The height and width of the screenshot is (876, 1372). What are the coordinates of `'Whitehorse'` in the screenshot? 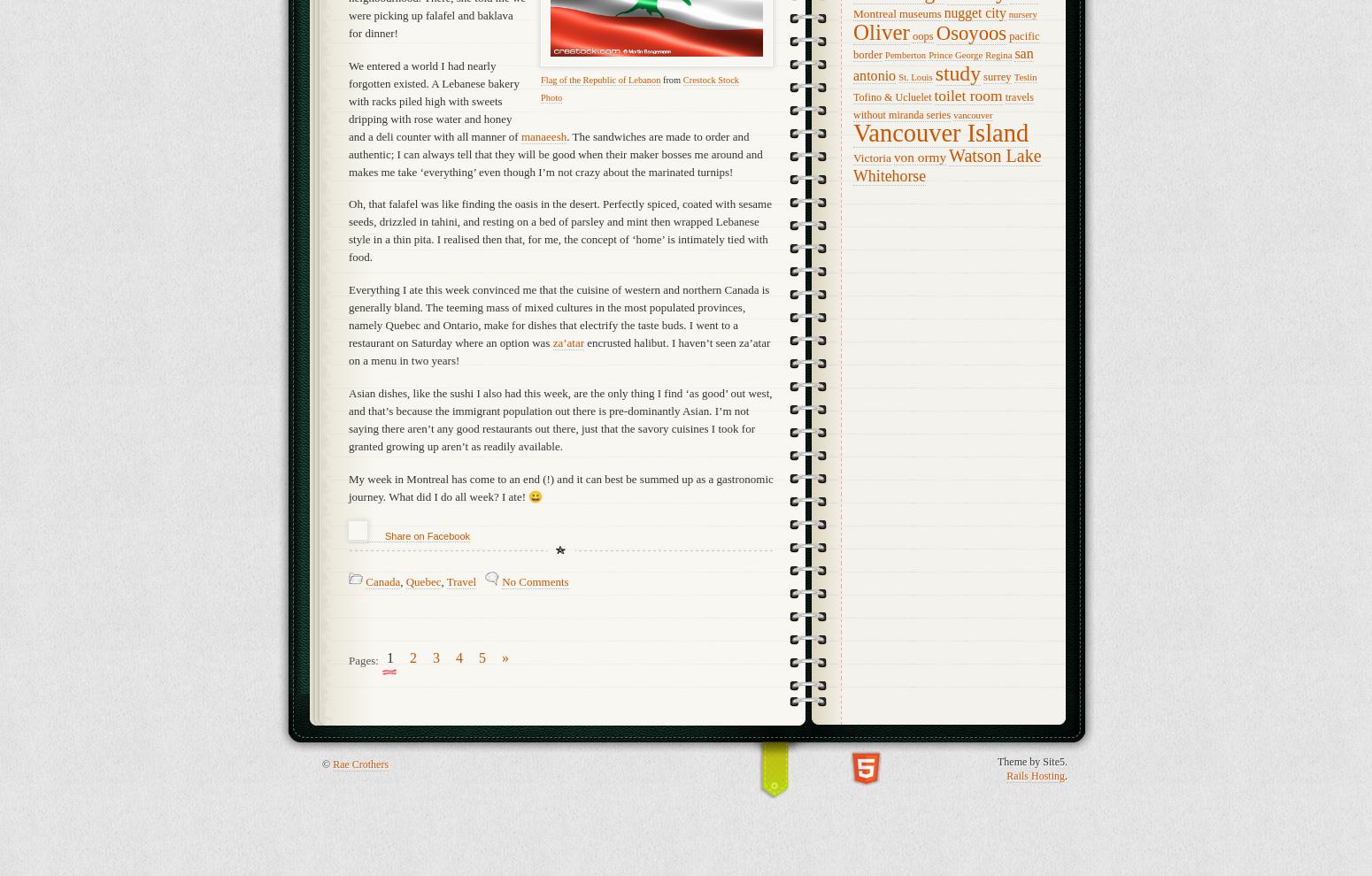 It's located at (889, 175).